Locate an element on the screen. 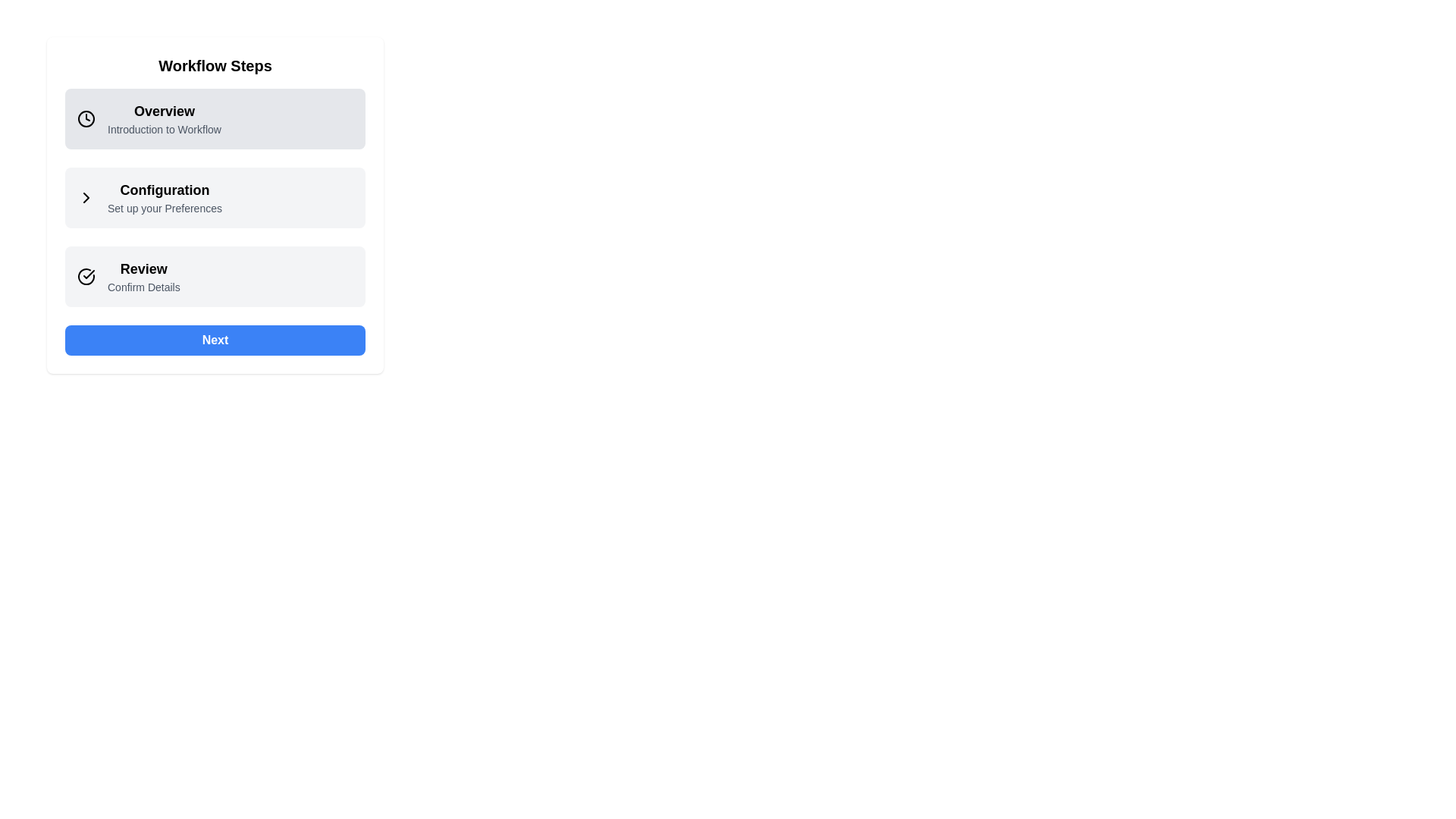 The height and width of the screenshot is (819, 1456). the 'Overview' step button in the 'Workflow Steps' section, which is the first of three vertically stacked buttons is located at coordinates (214, 118).